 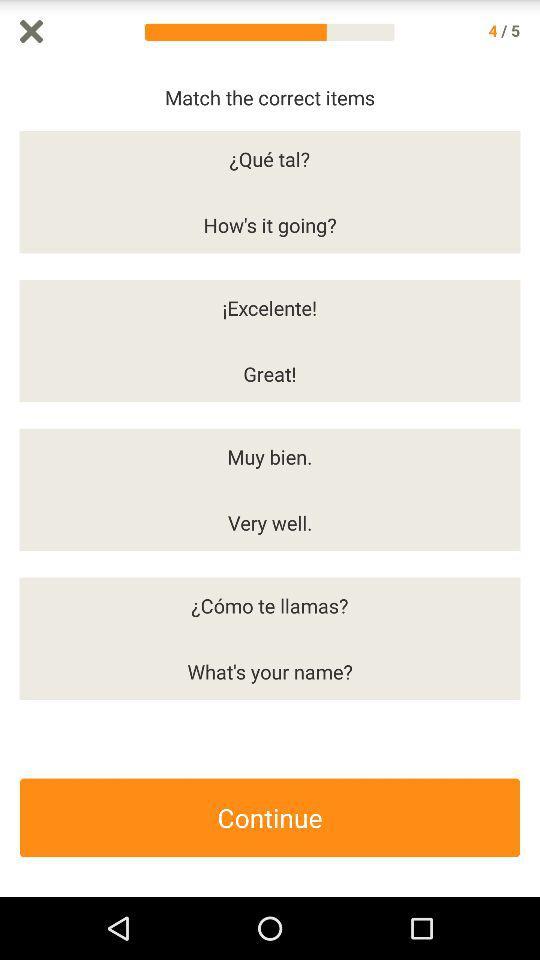 What do you see at coordinates (30, 30) in the screenshot?
I see `icon at the top left corner` at bounding box center [30, 30].